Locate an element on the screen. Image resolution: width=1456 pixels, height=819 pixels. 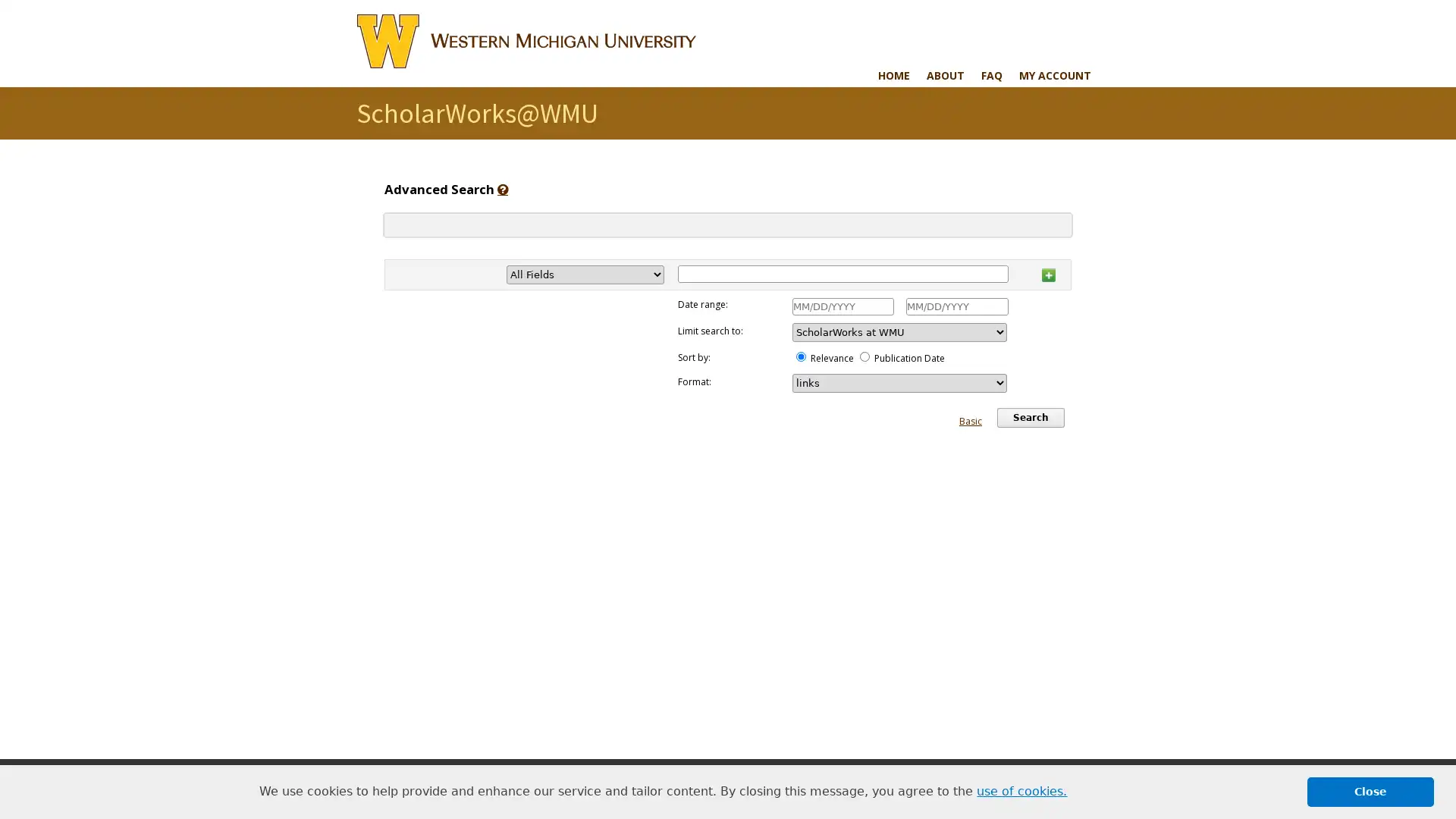
dismiss cookie message is located at coordinates (1370, 791).